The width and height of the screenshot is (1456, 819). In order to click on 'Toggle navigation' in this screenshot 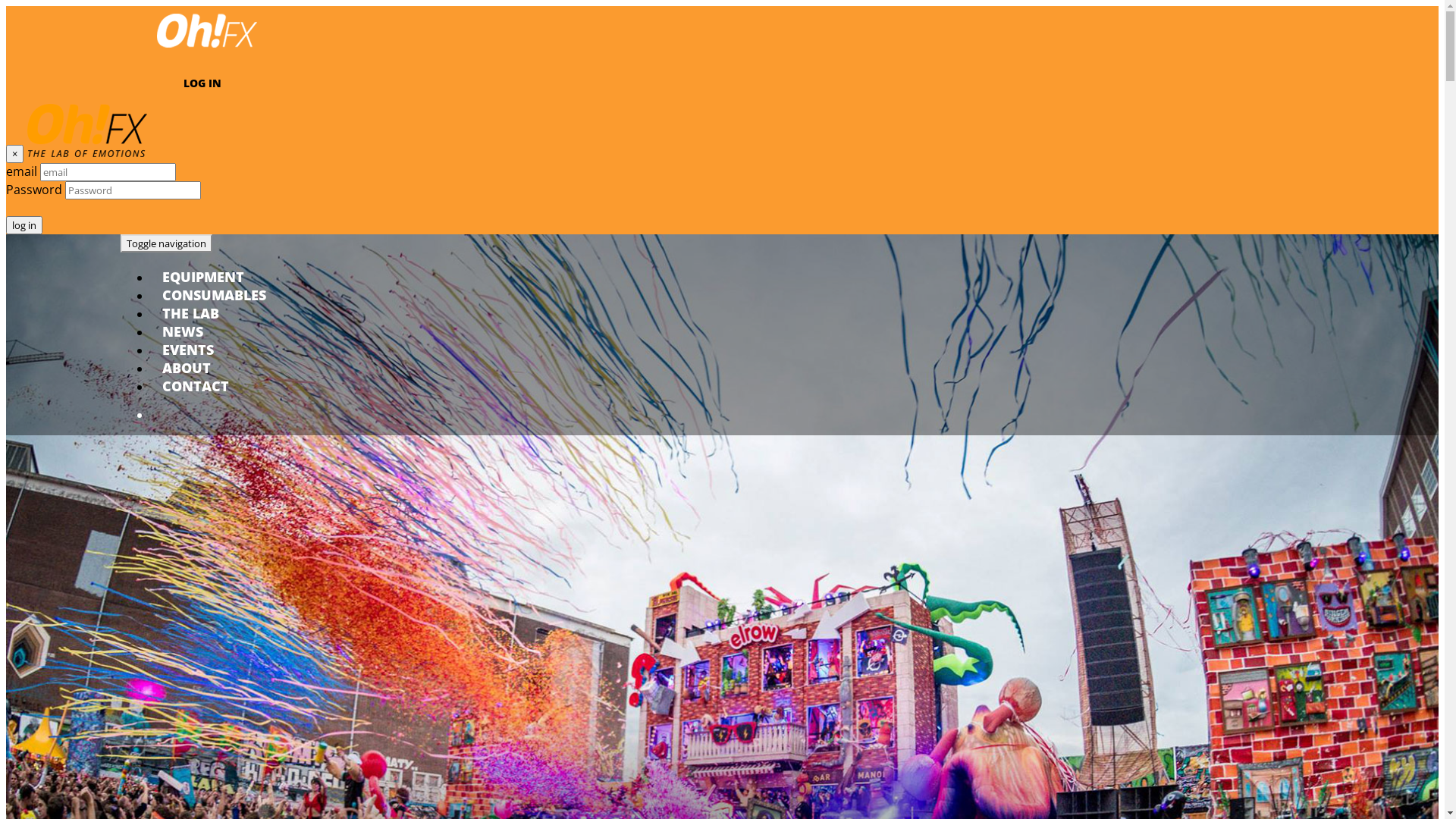, I will do `click(166, 242)`.